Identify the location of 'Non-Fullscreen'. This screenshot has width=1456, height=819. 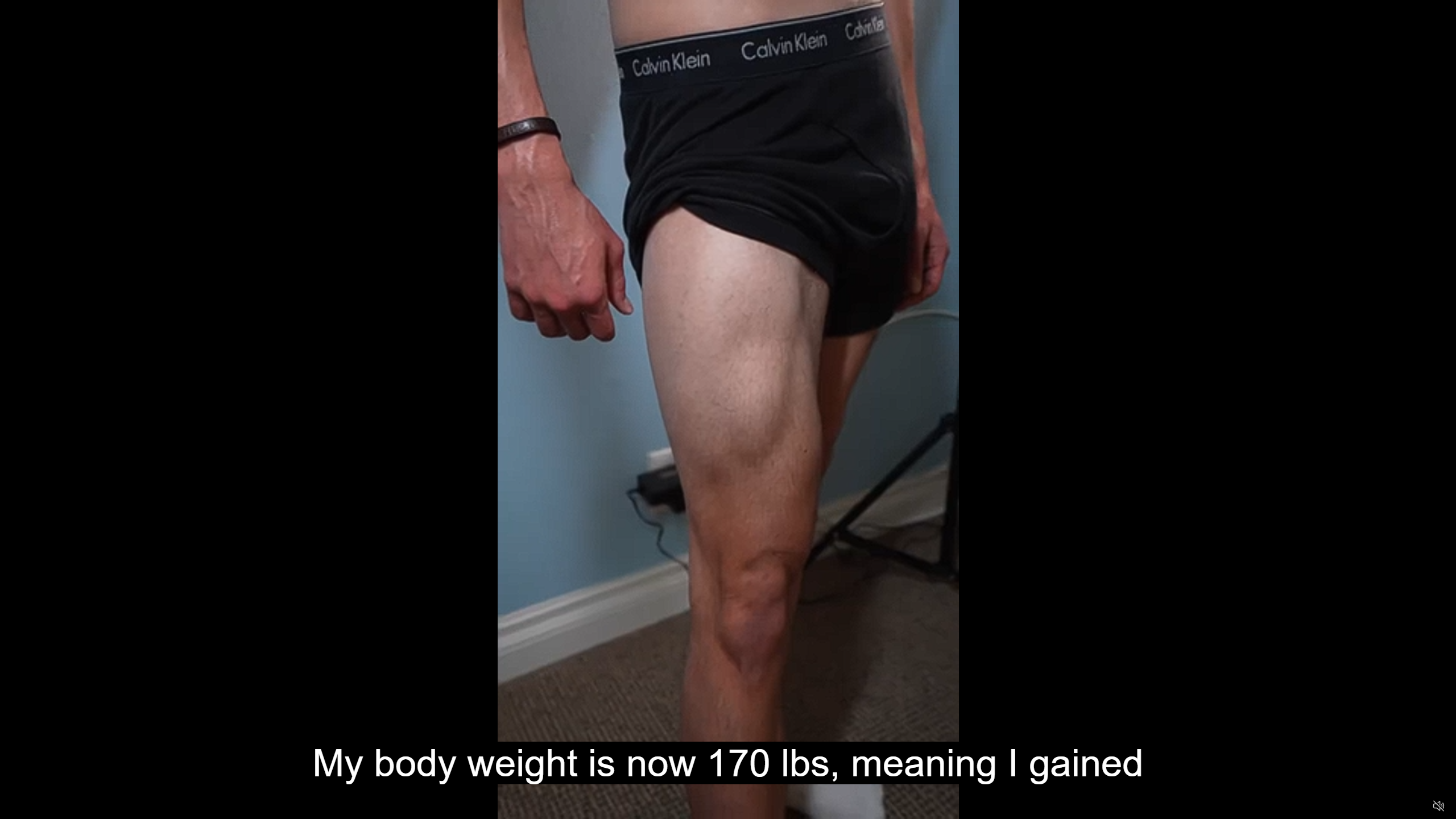
(1417, 806).